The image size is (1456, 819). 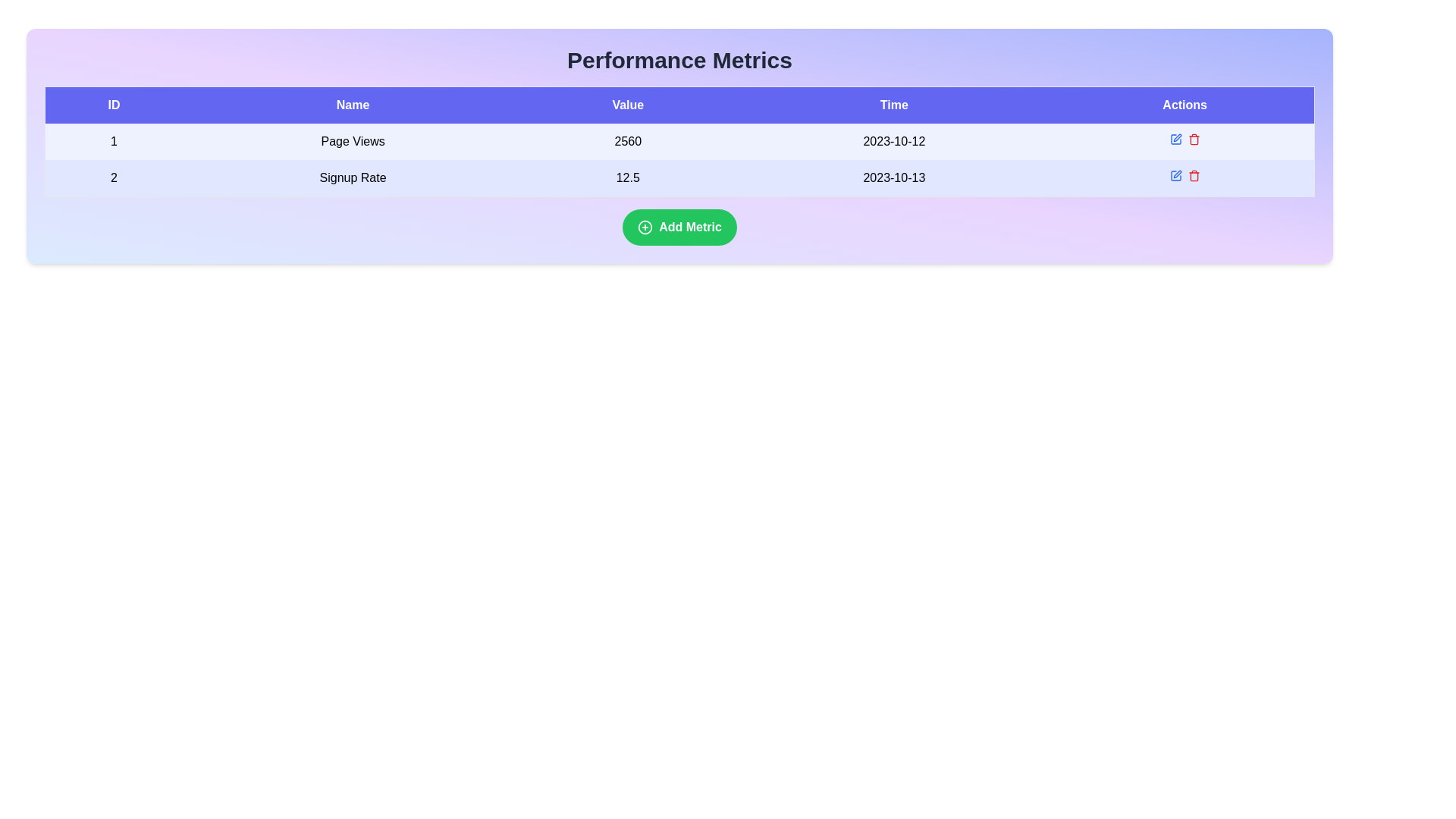 What do you see at coordinates (894, 104) in the screenshot?
I see `the 'Time' text header, which is the fourth header in a horizontal row within a header bar that has a purple background and white text` at bounding box center [894, 104].